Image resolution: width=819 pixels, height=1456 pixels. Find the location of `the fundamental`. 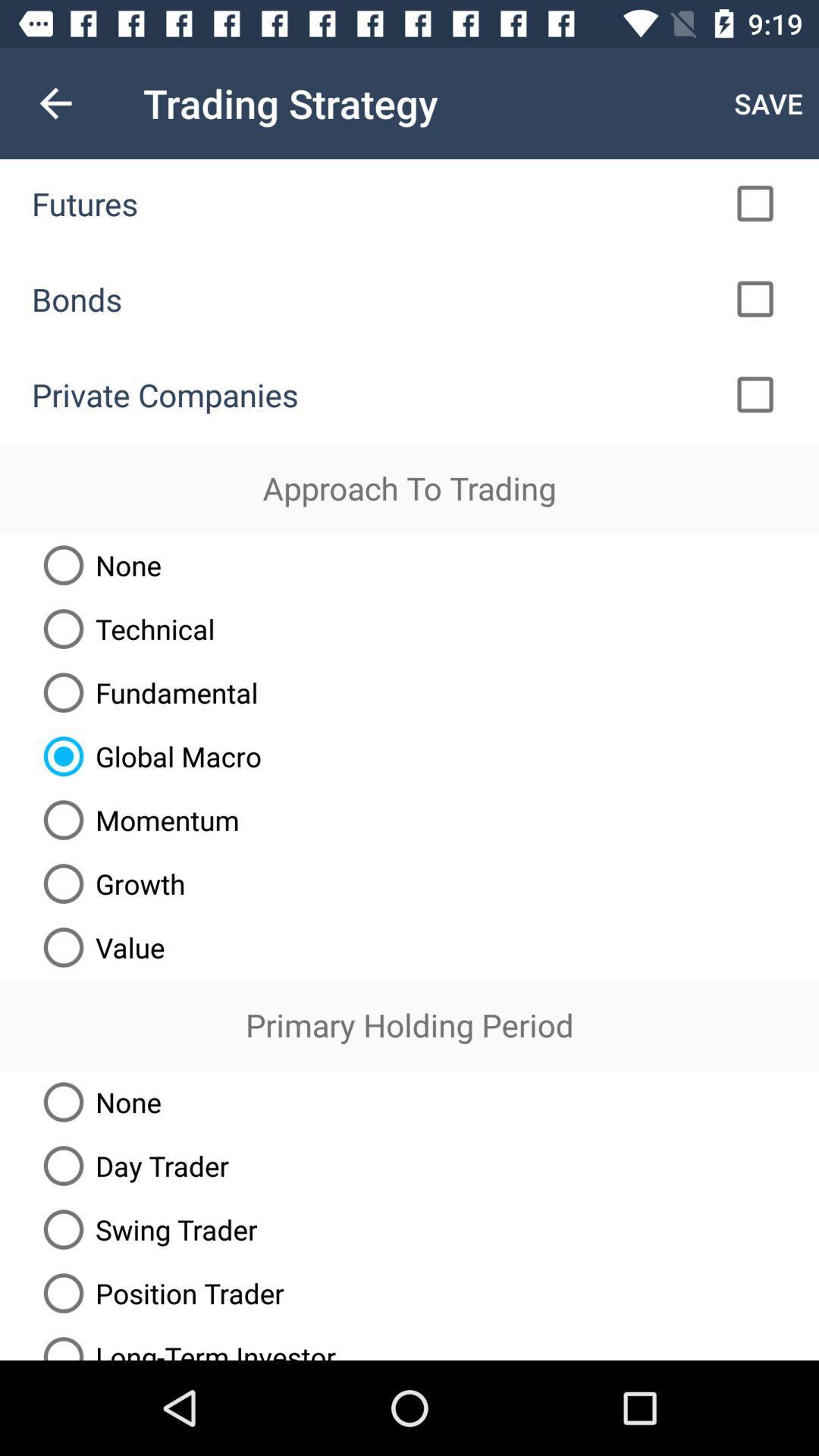

the fundamental is located at coordinates (145, 692).